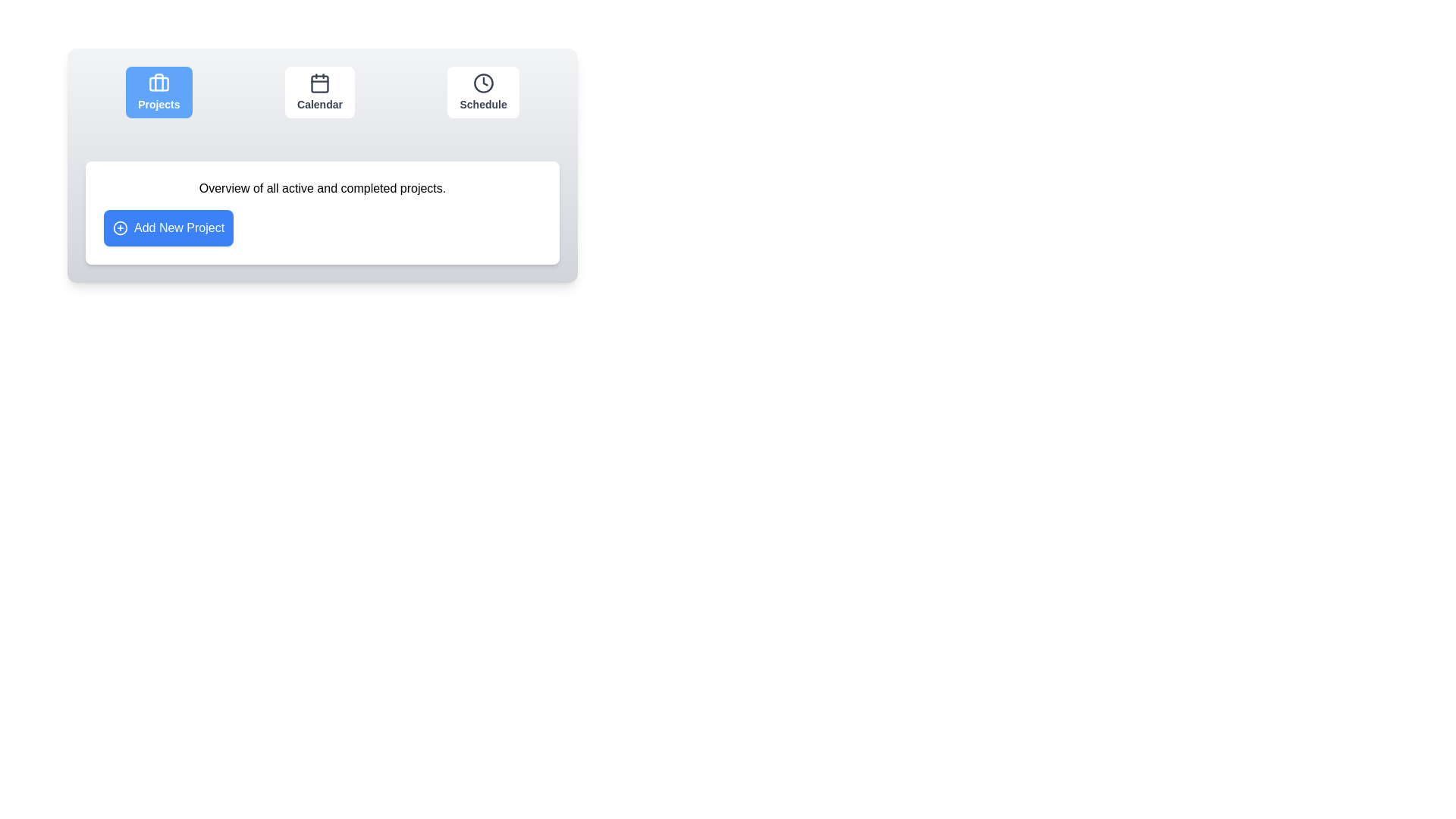 The width and height of the screenshot is (1456, 819). I want to click on the Schedule tab by clicking its icon, so click(482, 93).